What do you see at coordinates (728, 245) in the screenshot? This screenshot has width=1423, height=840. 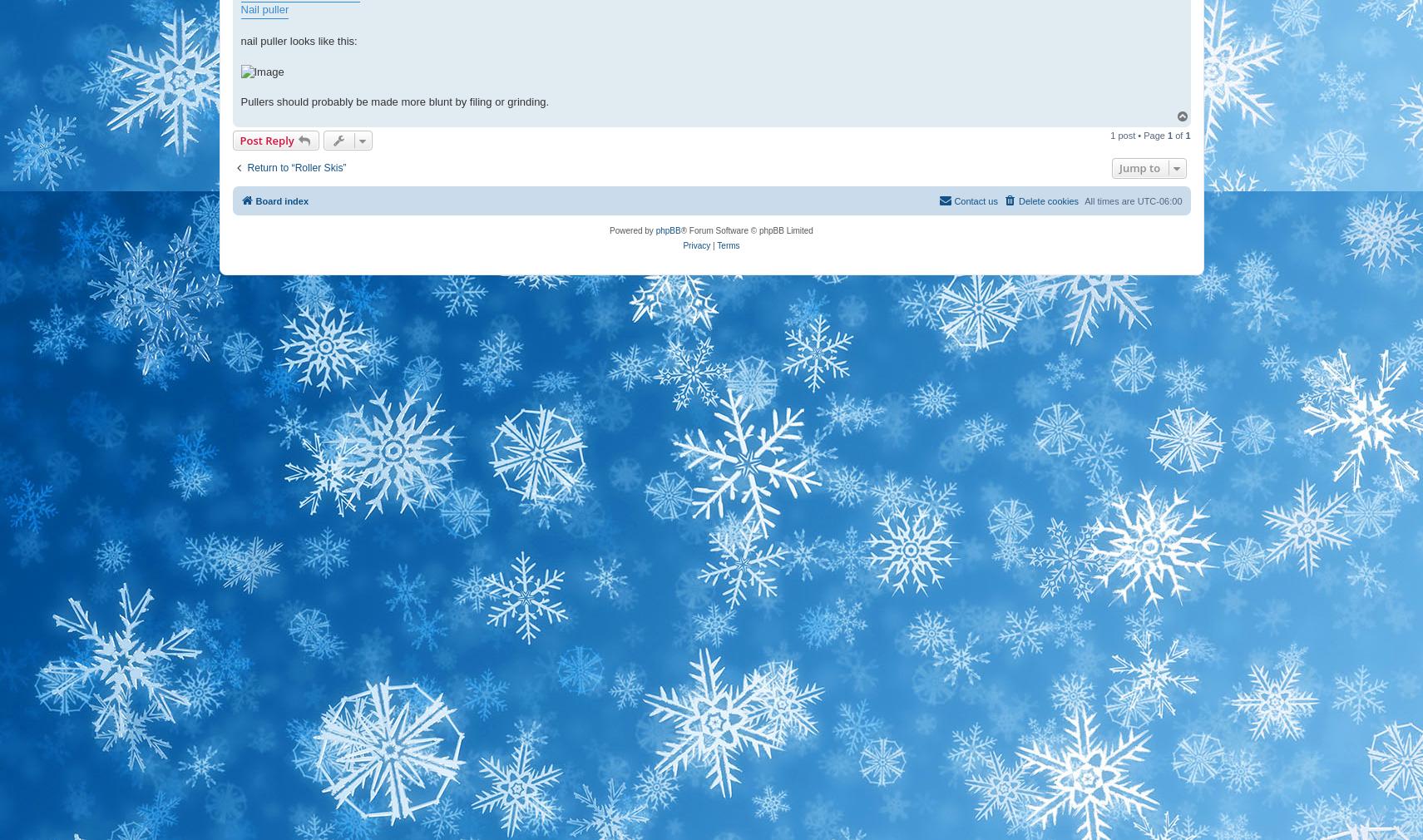 I see `'Terms'` at bounding box center [728, 245].